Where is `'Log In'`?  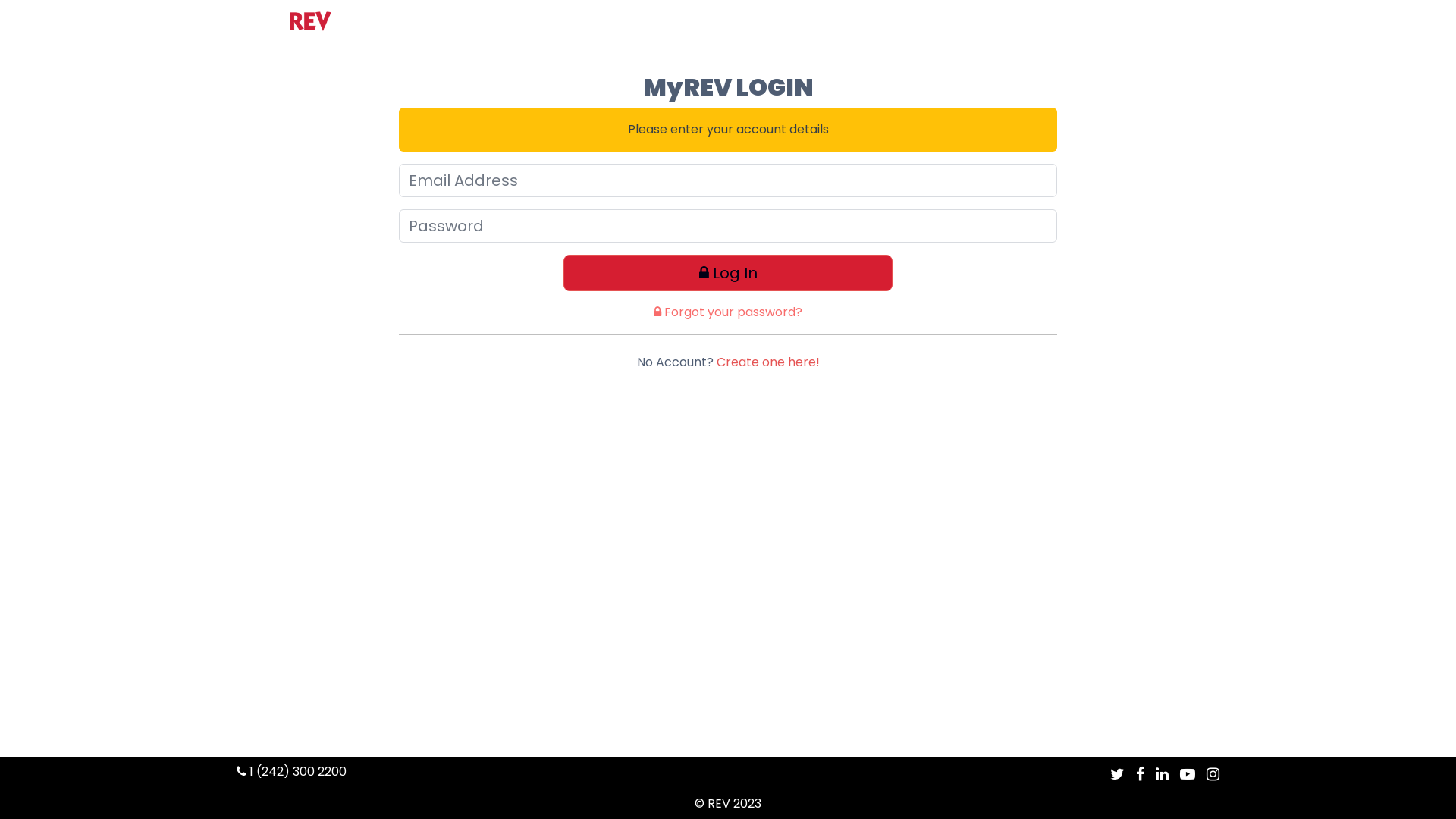 'Log In' is located at coordinates (728, 271).